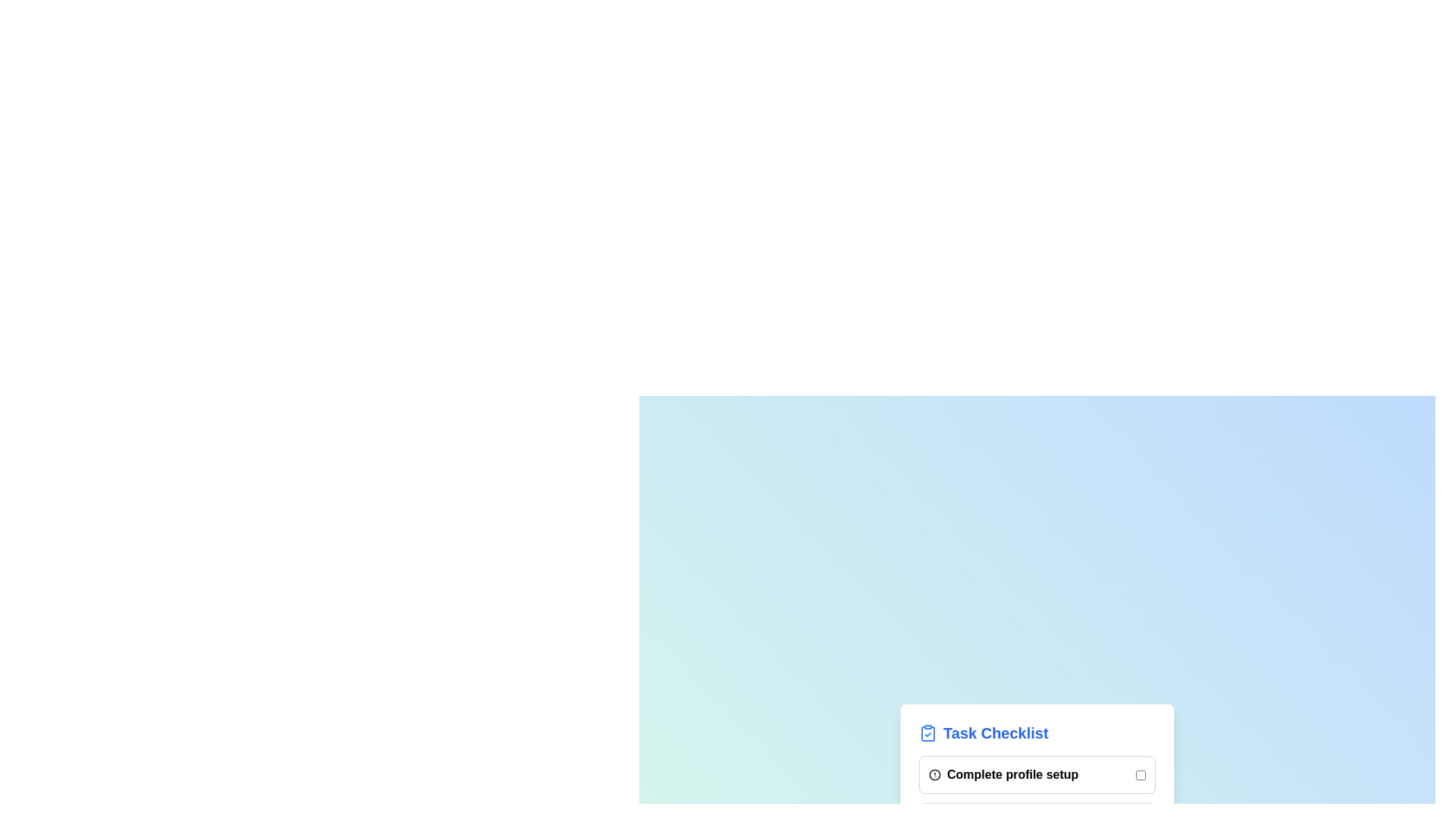  I want to click on the checkbox for the task 'Complete profile setup' located, so click(1141, 775).